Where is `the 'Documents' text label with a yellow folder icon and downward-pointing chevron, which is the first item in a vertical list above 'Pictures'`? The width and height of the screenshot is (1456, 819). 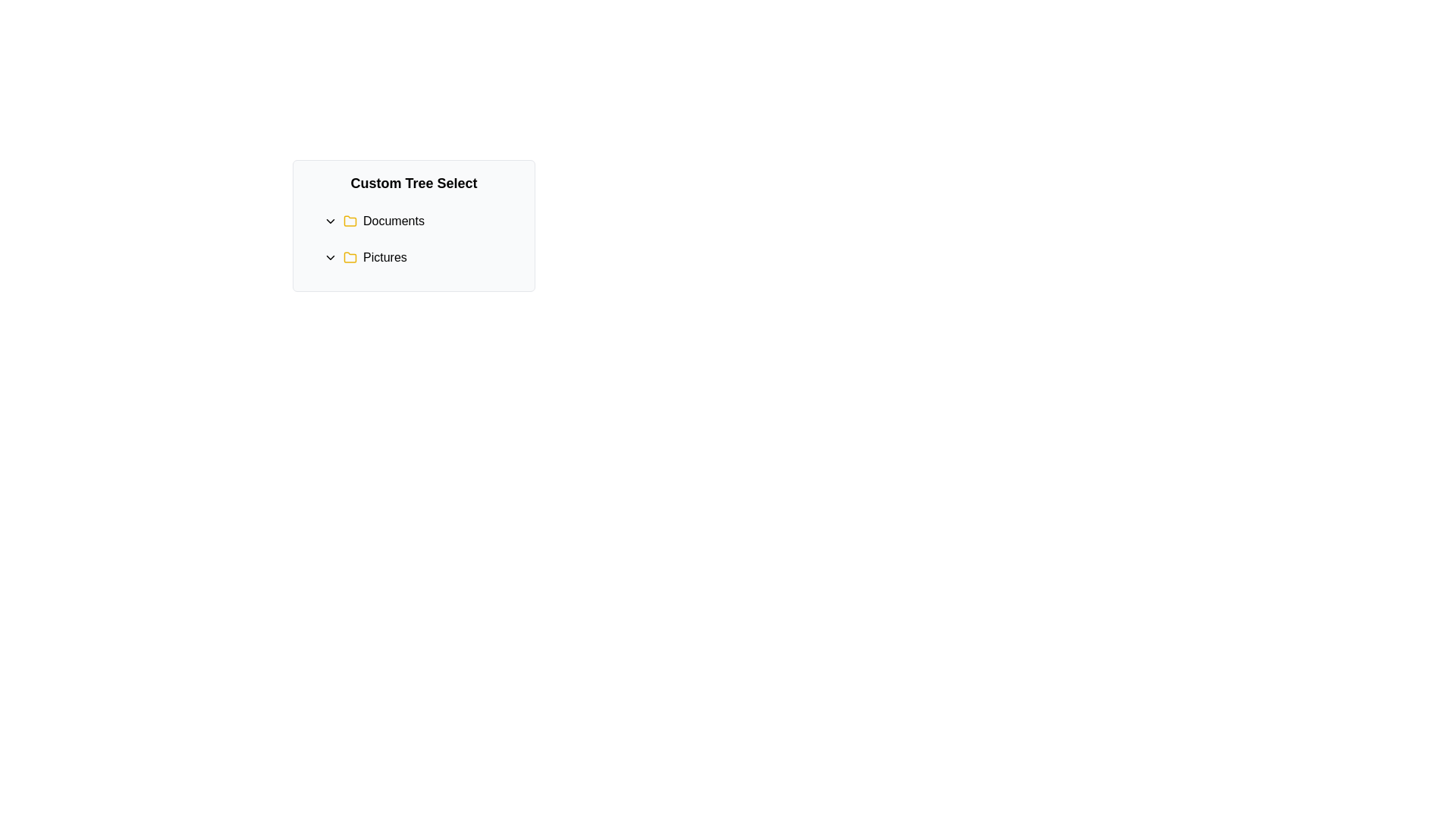 the 'Documents' text label with a yellow folder icon and downward-pointing chevron, which is the first item in a vertical list above 'Pictures' is located at coordinates (419, 221).